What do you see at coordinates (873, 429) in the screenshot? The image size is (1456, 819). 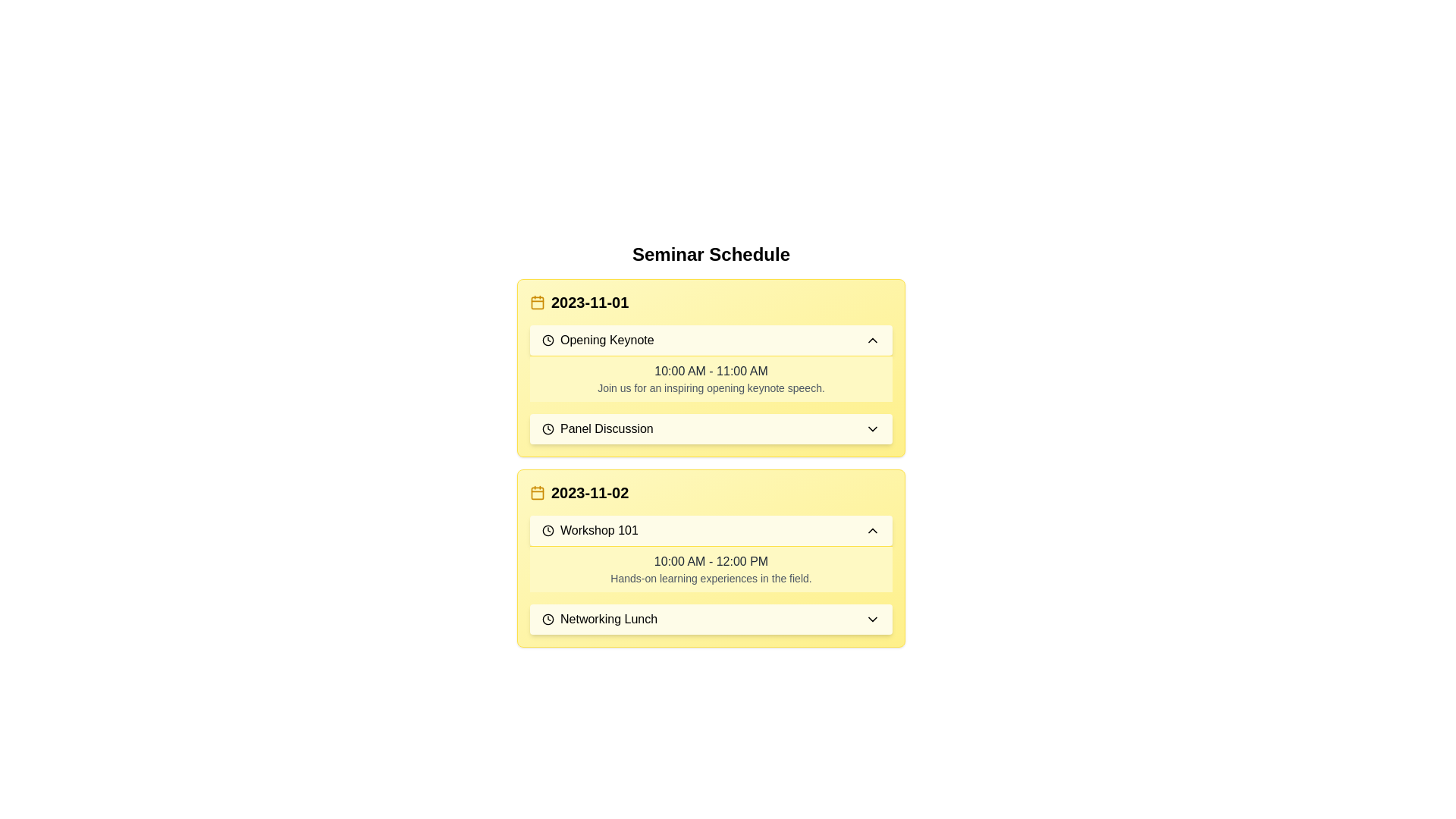 I see `the downward-facing chevron icon at the right end of the 'Panel Discussion' row` at bounding box center [873, 429].